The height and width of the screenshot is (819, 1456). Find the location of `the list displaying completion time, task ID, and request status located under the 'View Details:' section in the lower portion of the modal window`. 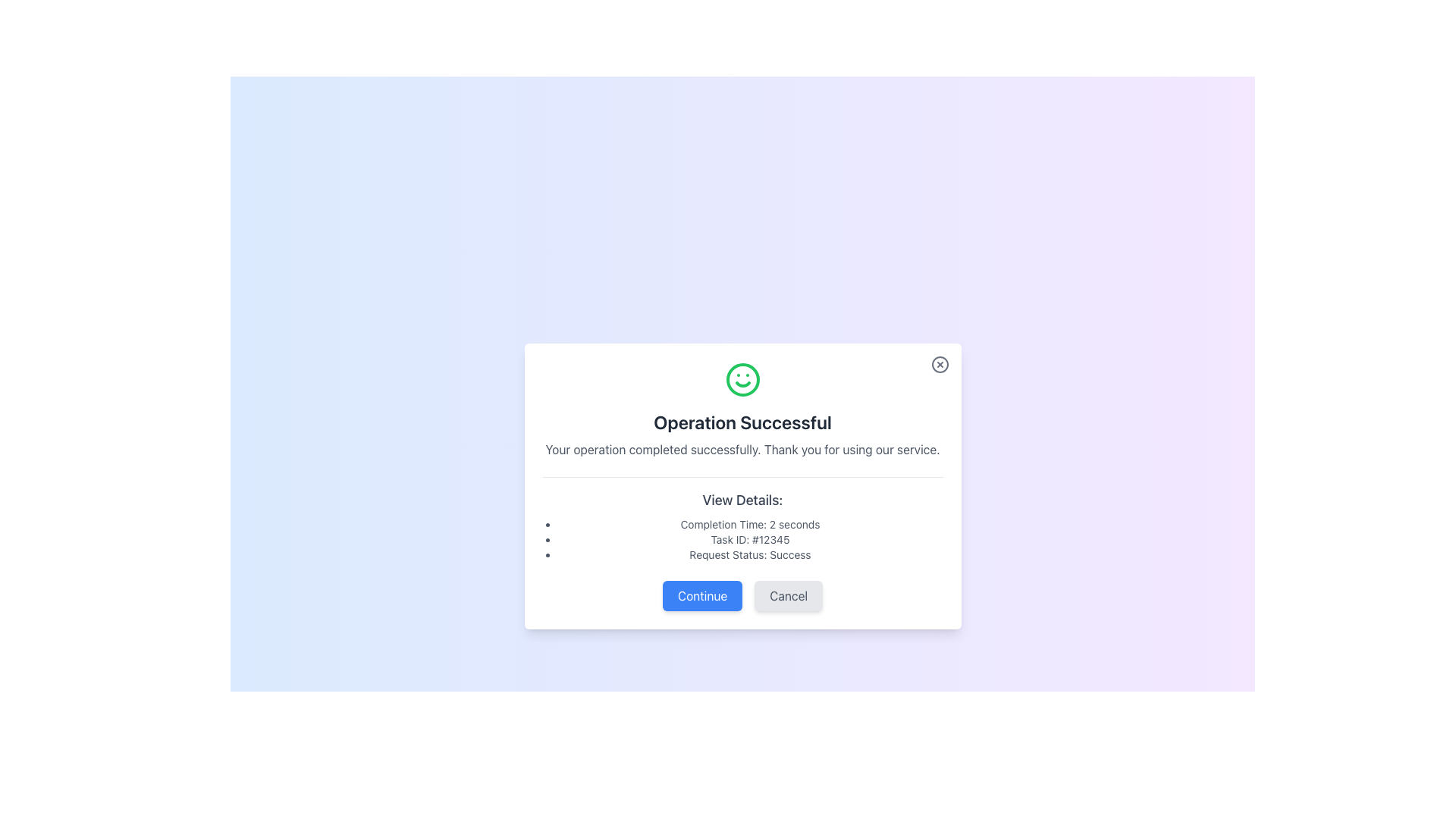

the list displaying completion time, task ID, and request status located under the 'View Details:' section in the lower portion of the modal window is located at coordinates (742, 538).